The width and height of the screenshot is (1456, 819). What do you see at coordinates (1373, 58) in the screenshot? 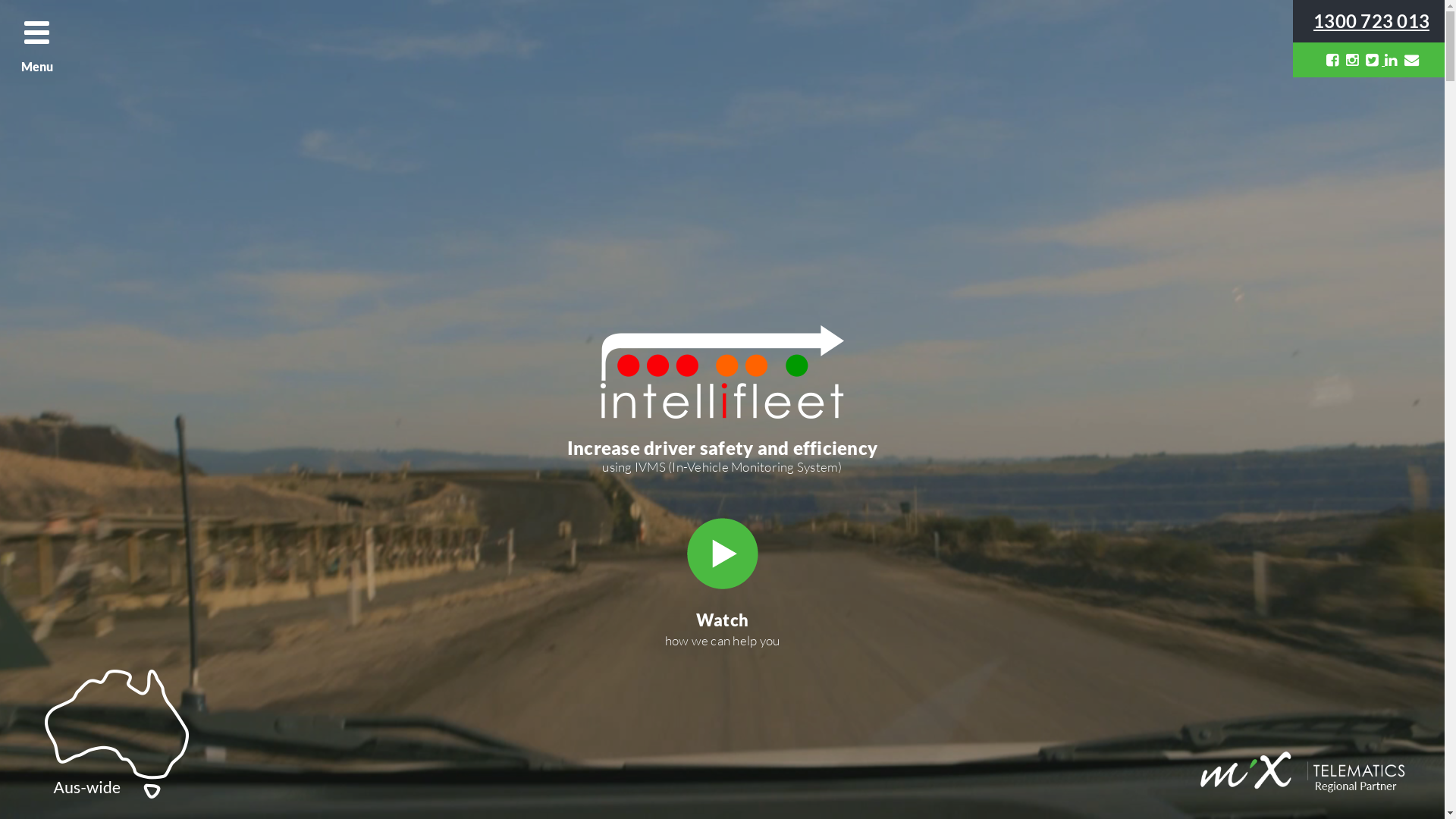
I see `' '` at bounding box center [1373, 58].